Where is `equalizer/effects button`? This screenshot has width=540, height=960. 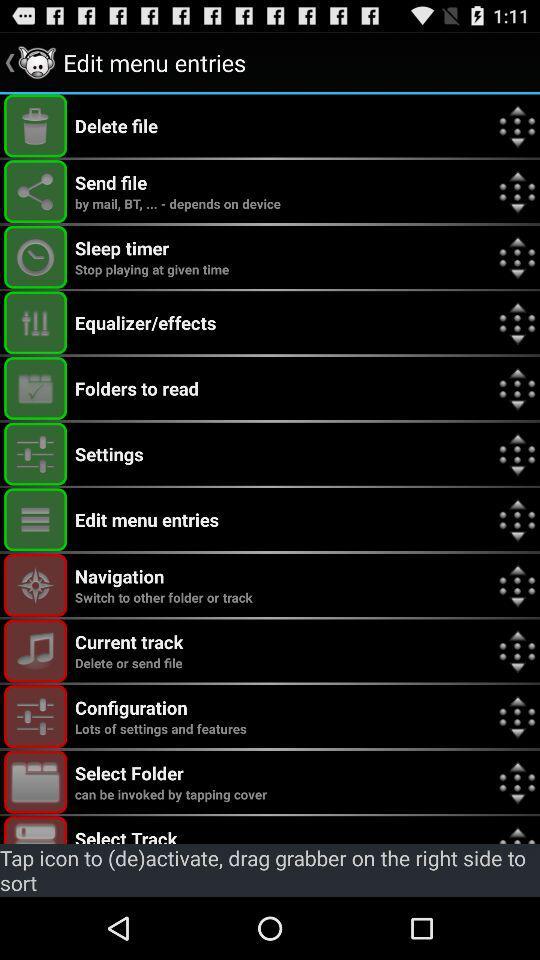 equalizer/effects button is located at coordinates (35, 322).